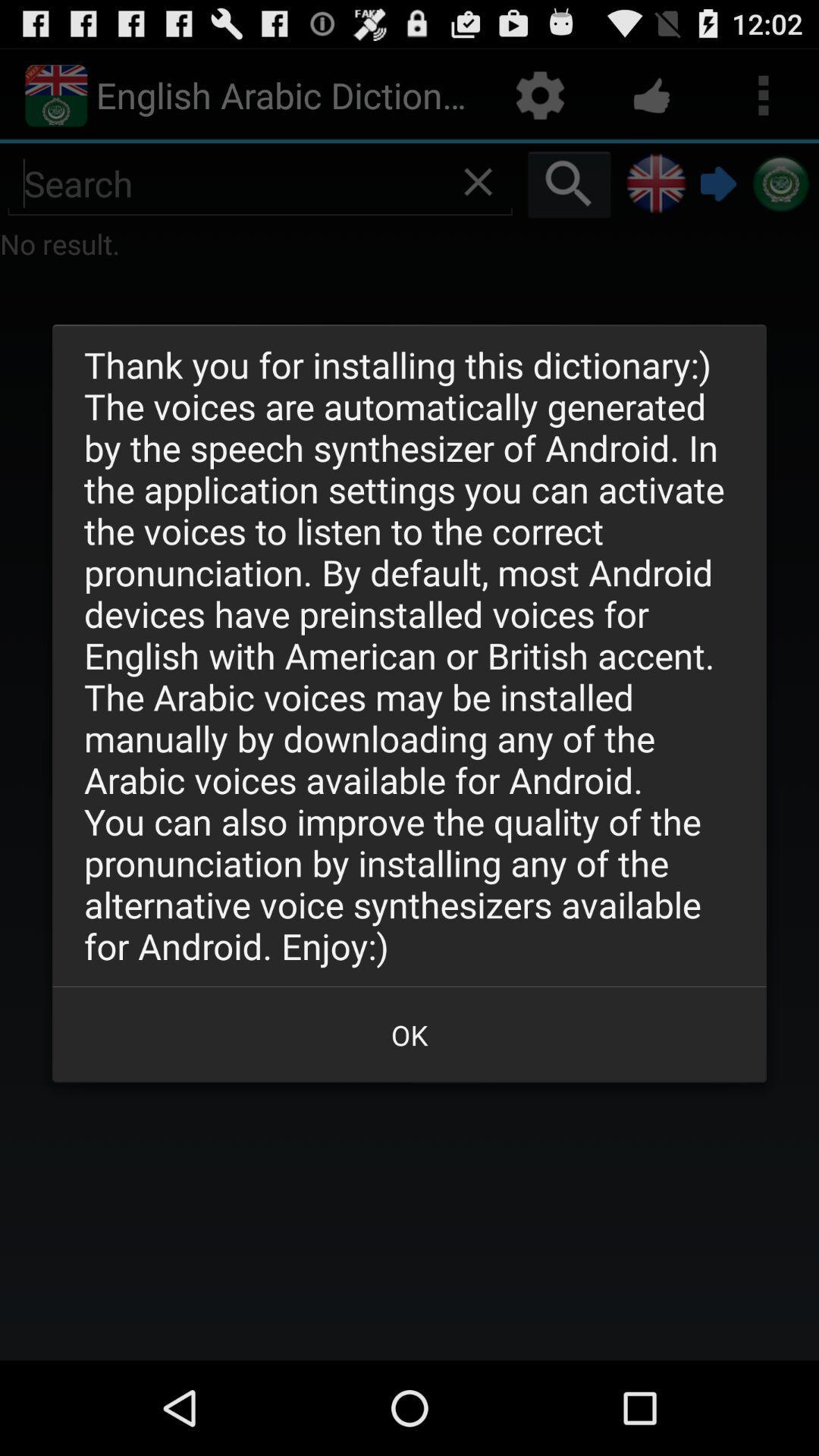 The width and height of the screenshot is (819, 1456). I want to click on the icon below thank you for icon, so click(409, 1034).